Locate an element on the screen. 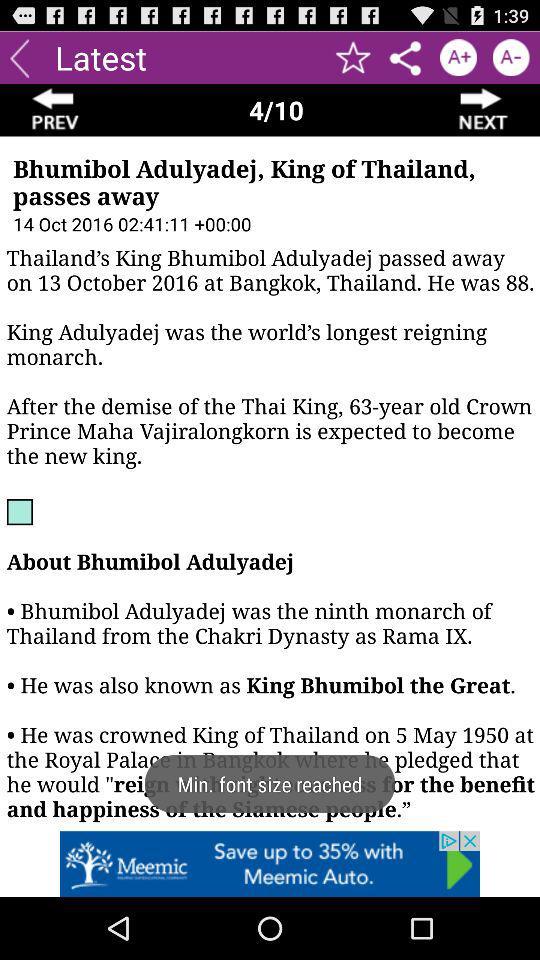  adverdisment link is located at coordinates (270, 863).